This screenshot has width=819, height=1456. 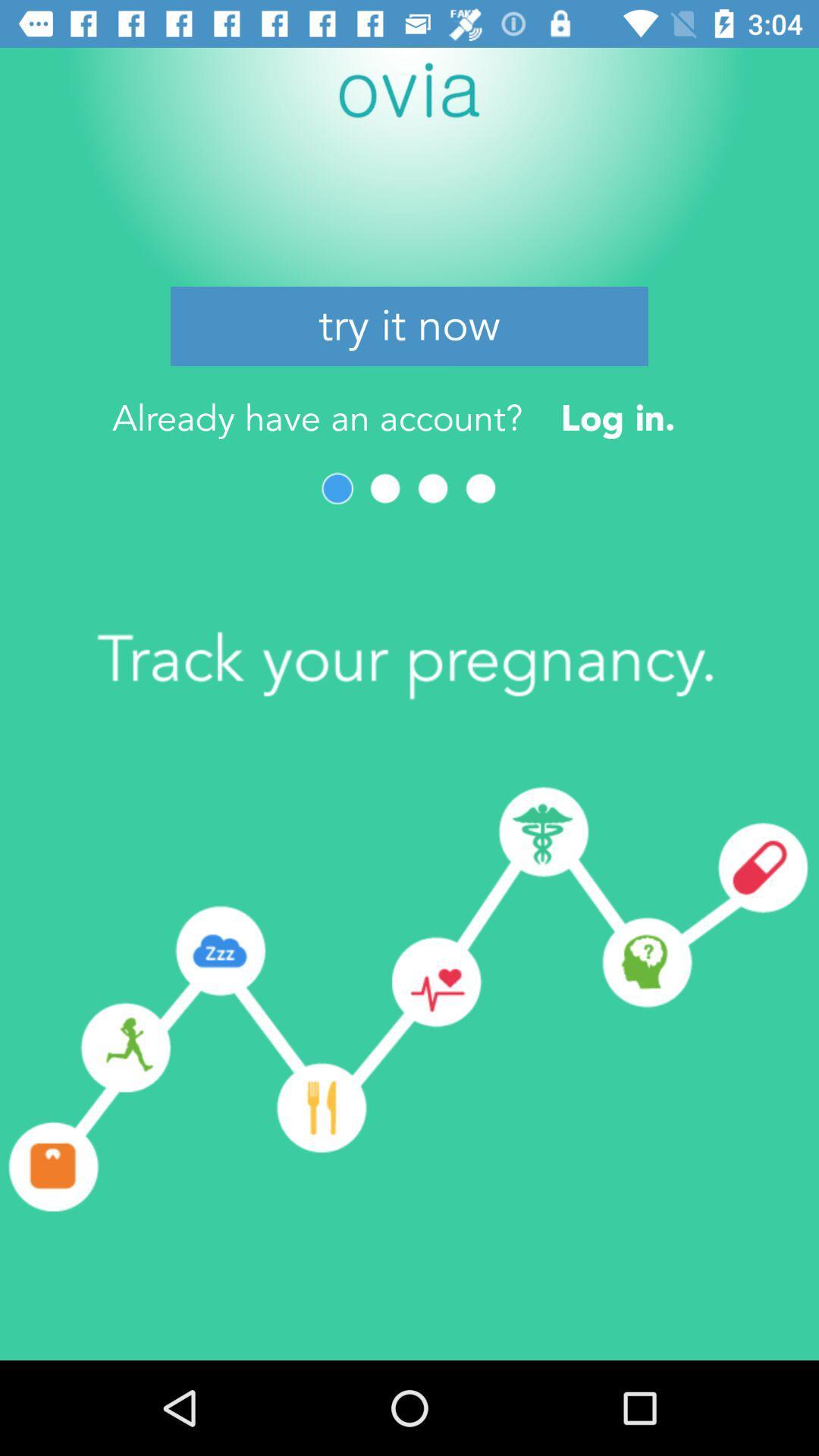 I want to click on the try it now icon, so click(x=409, y=325).